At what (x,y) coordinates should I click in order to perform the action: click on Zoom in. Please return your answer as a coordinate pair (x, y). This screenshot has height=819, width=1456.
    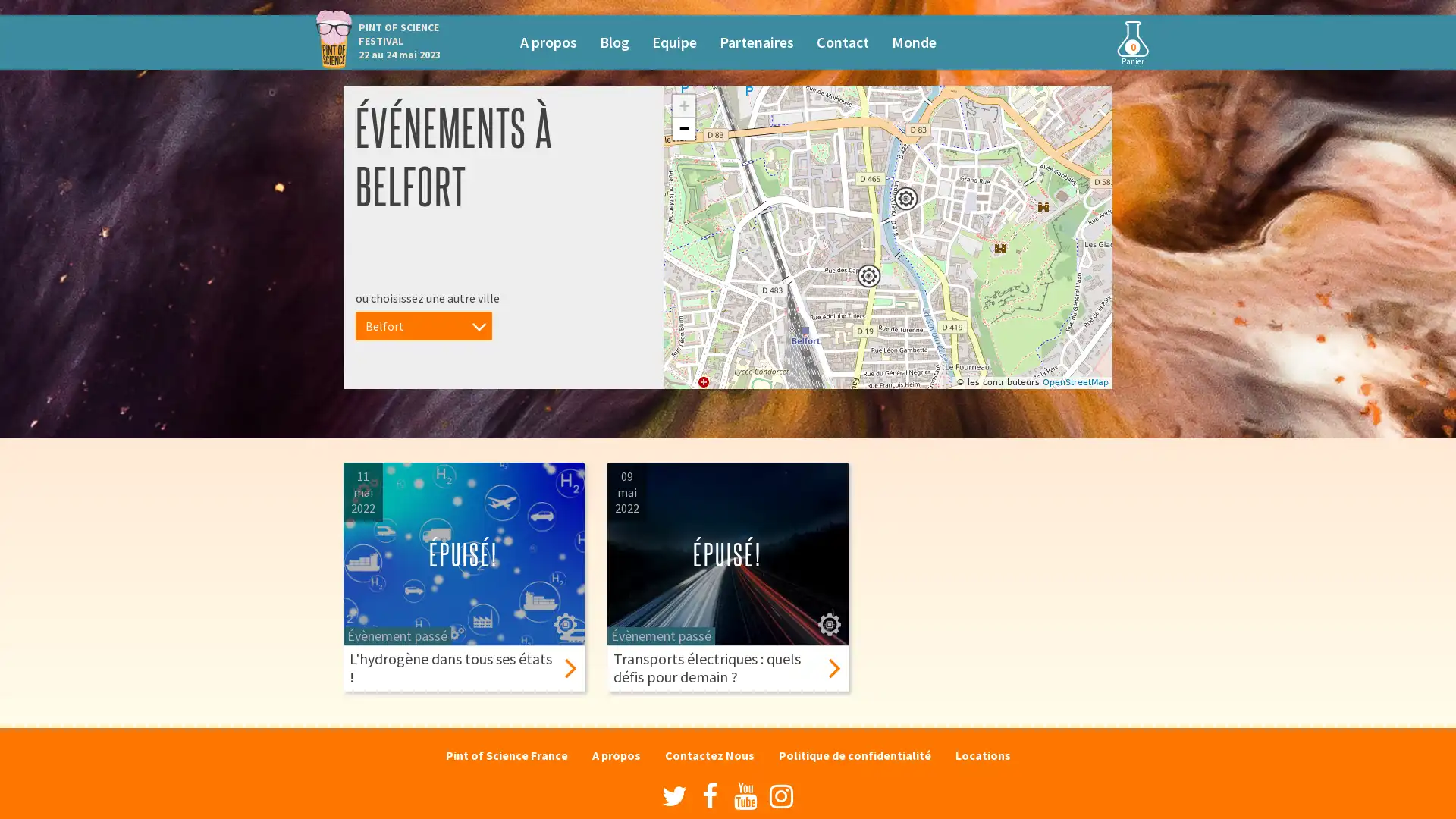
    Looking at the image, I should click on (683, 105).